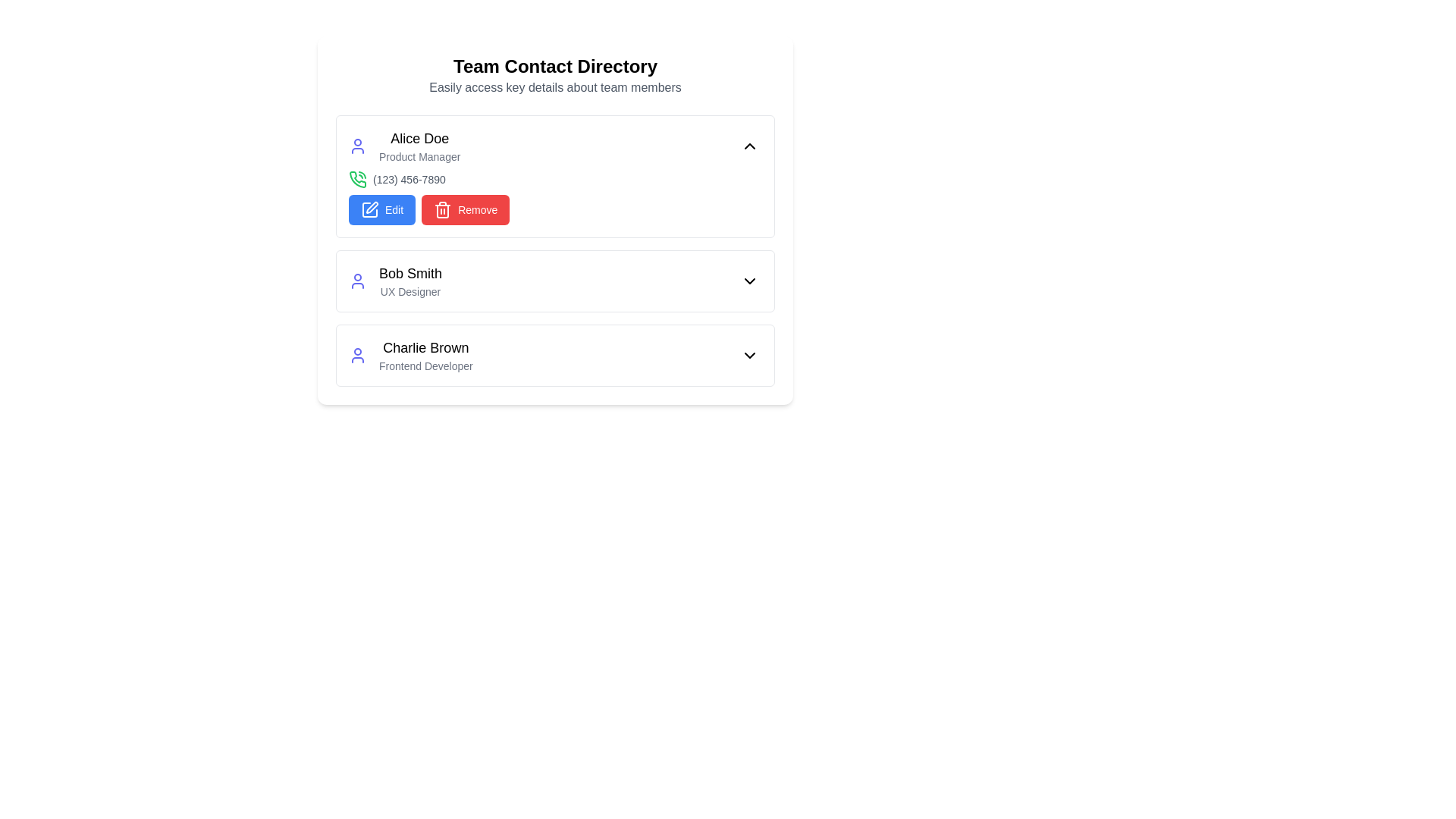 Image resolution: width=1456 pixels, height=819 pixels. I want to click on the 'Edit' button with a blue background and a pen icon, so click(382, 210).